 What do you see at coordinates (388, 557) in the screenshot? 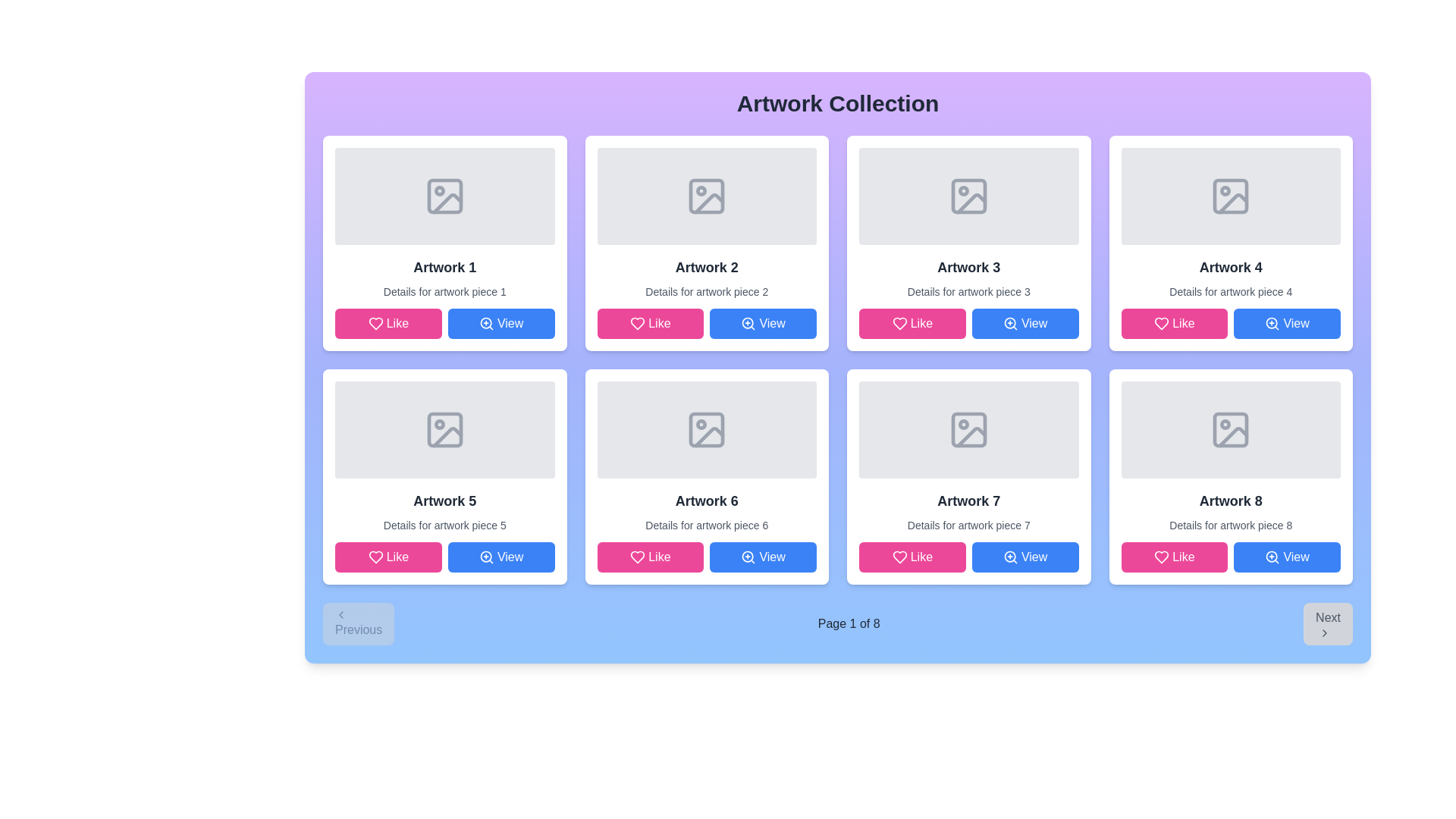
I see `the 'Like' button with a pink background and white text, located below 'Artwork 5' in the second row of the grid layout` at bounding box center [388, 557].